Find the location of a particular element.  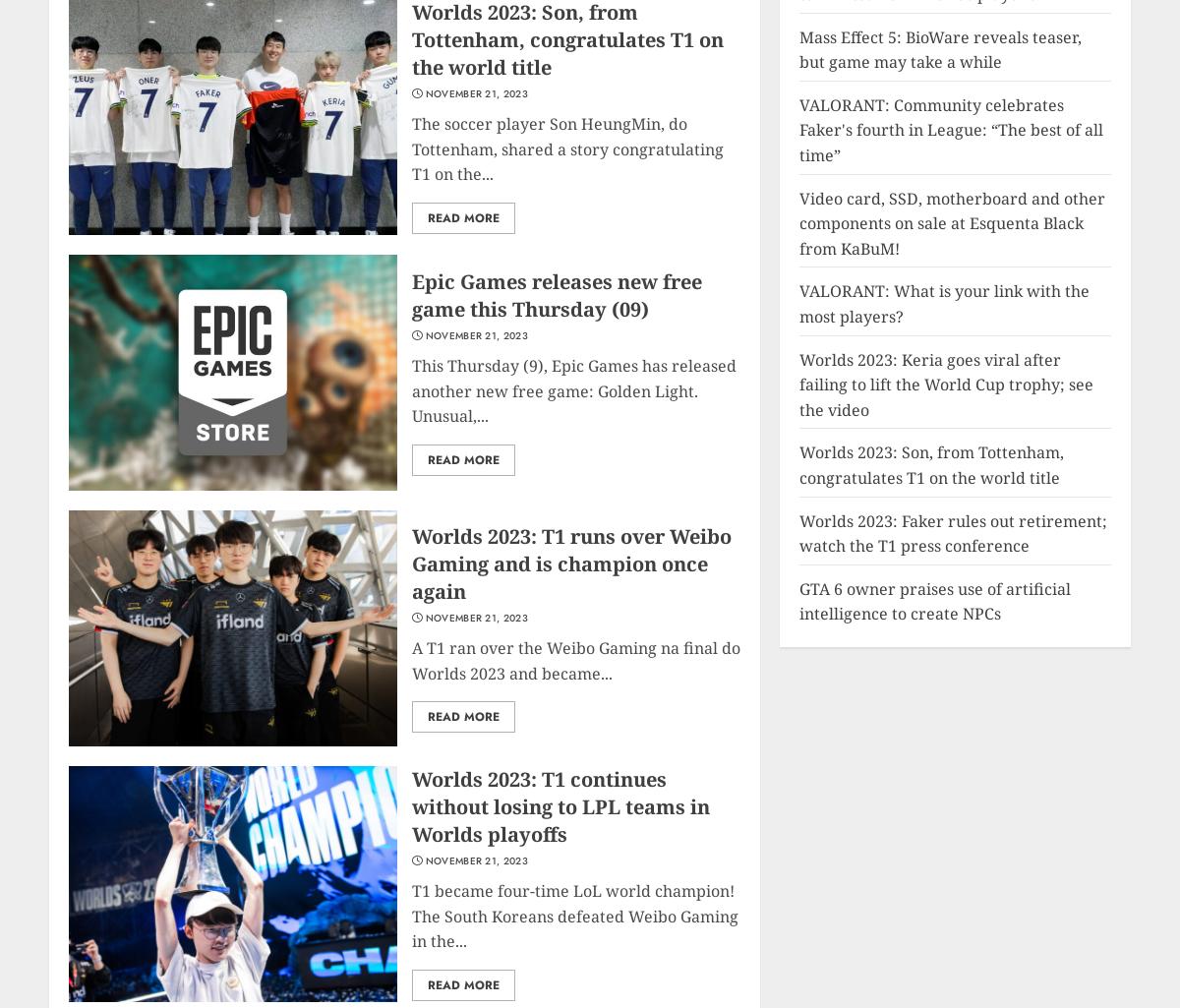

'Worlds 2023: T1 continues without losing to LPL teams in Worlds playoffs' is located at coordinates (412, 805).